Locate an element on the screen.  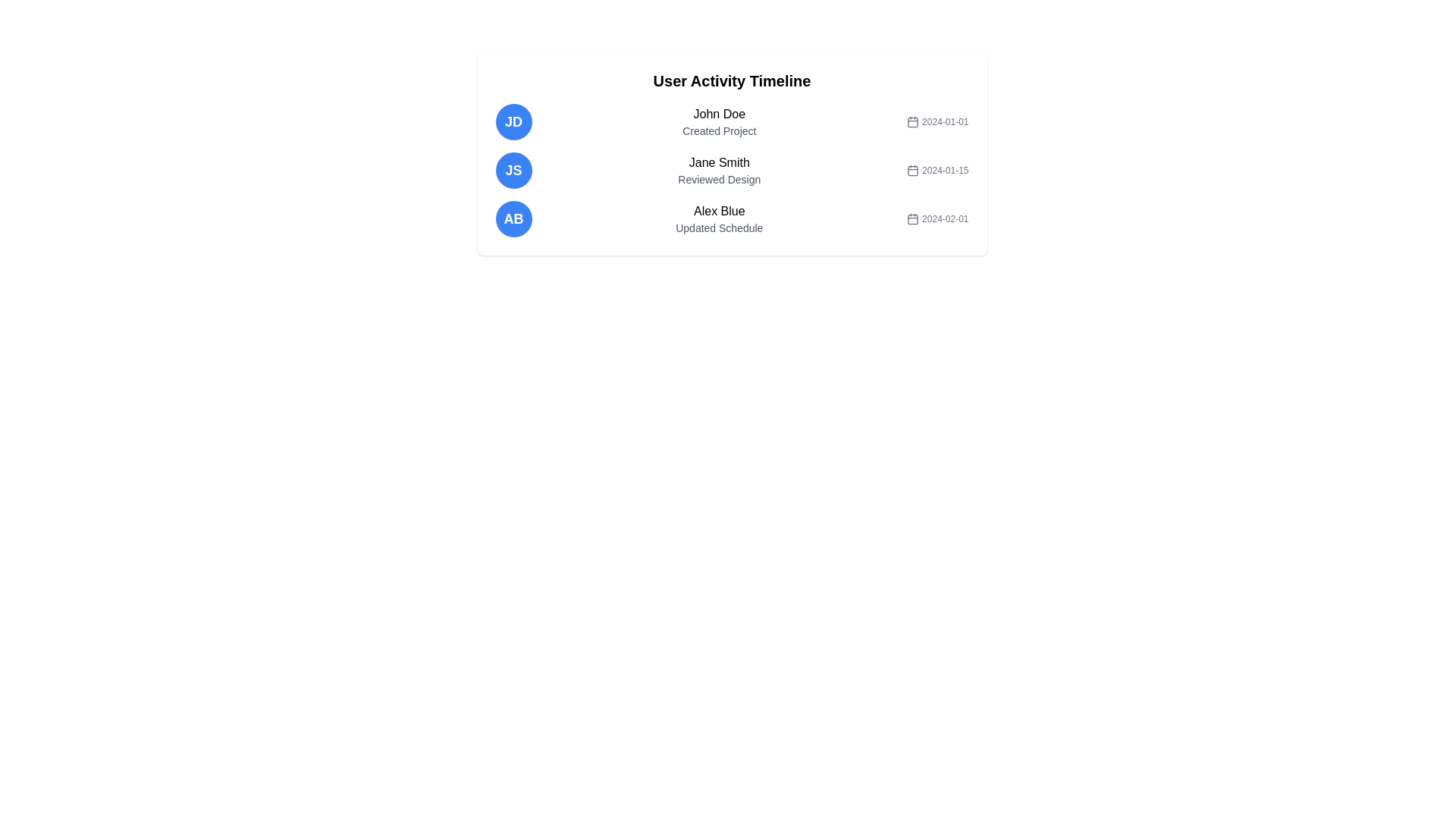
the calendar icon located immediately before the date '2024-01-15' in the second row of the timeline, which visually indicates the relevant date for the associated activity is located at coordinates (912, 171).